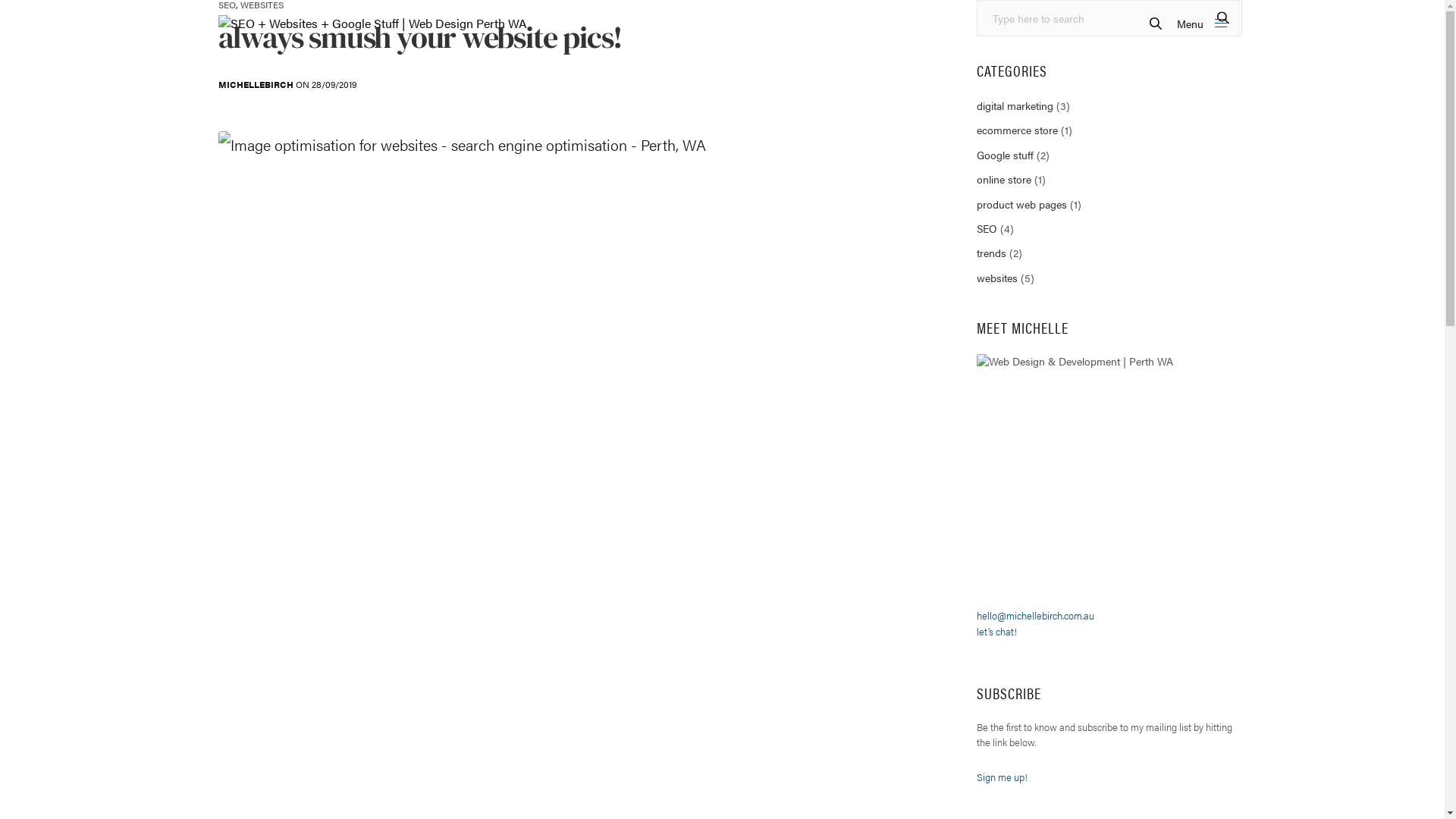  I want to click on 'product web pages', so click(1021, 203).